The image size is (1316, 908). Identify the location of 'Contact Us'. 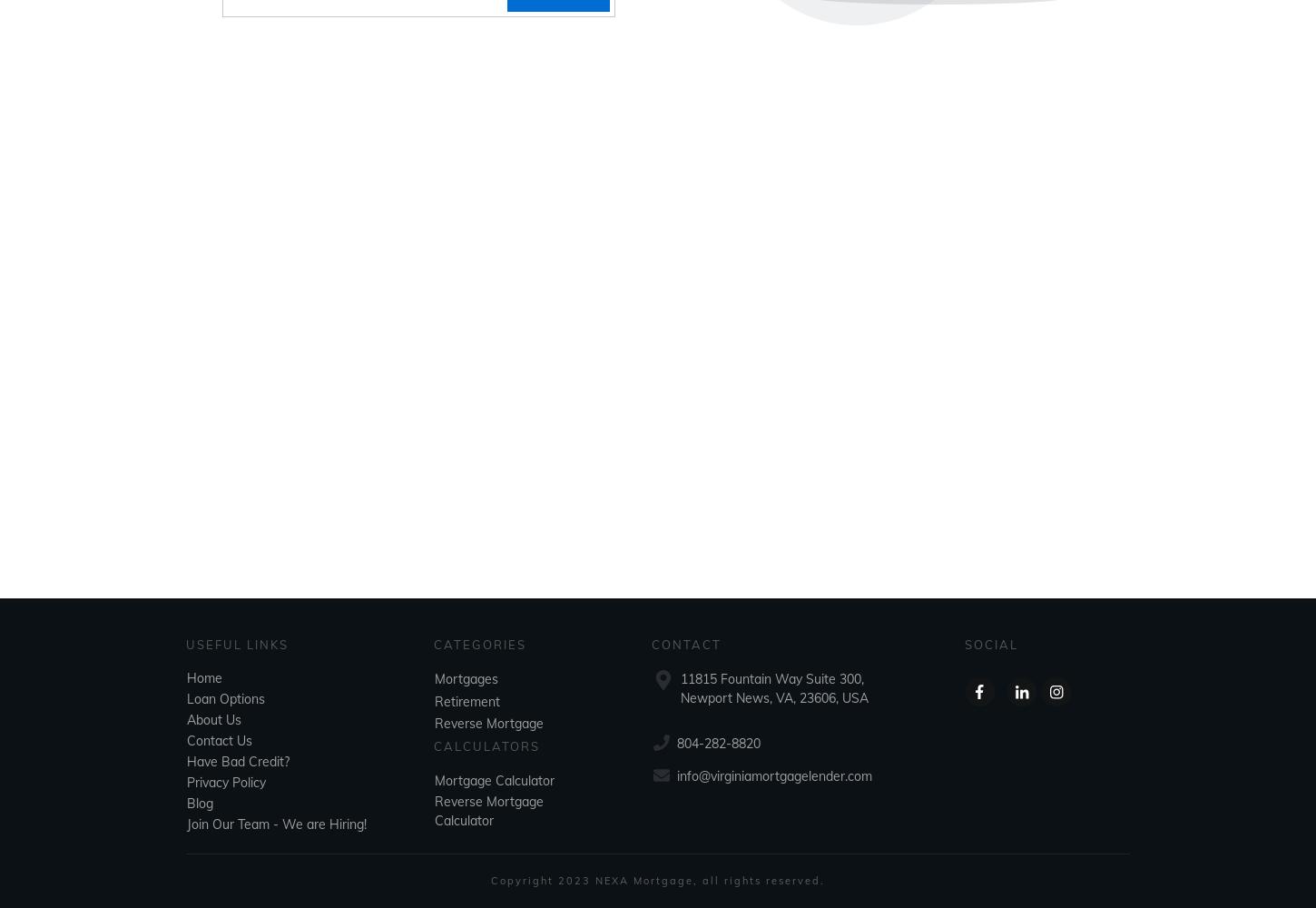
(220, 740).